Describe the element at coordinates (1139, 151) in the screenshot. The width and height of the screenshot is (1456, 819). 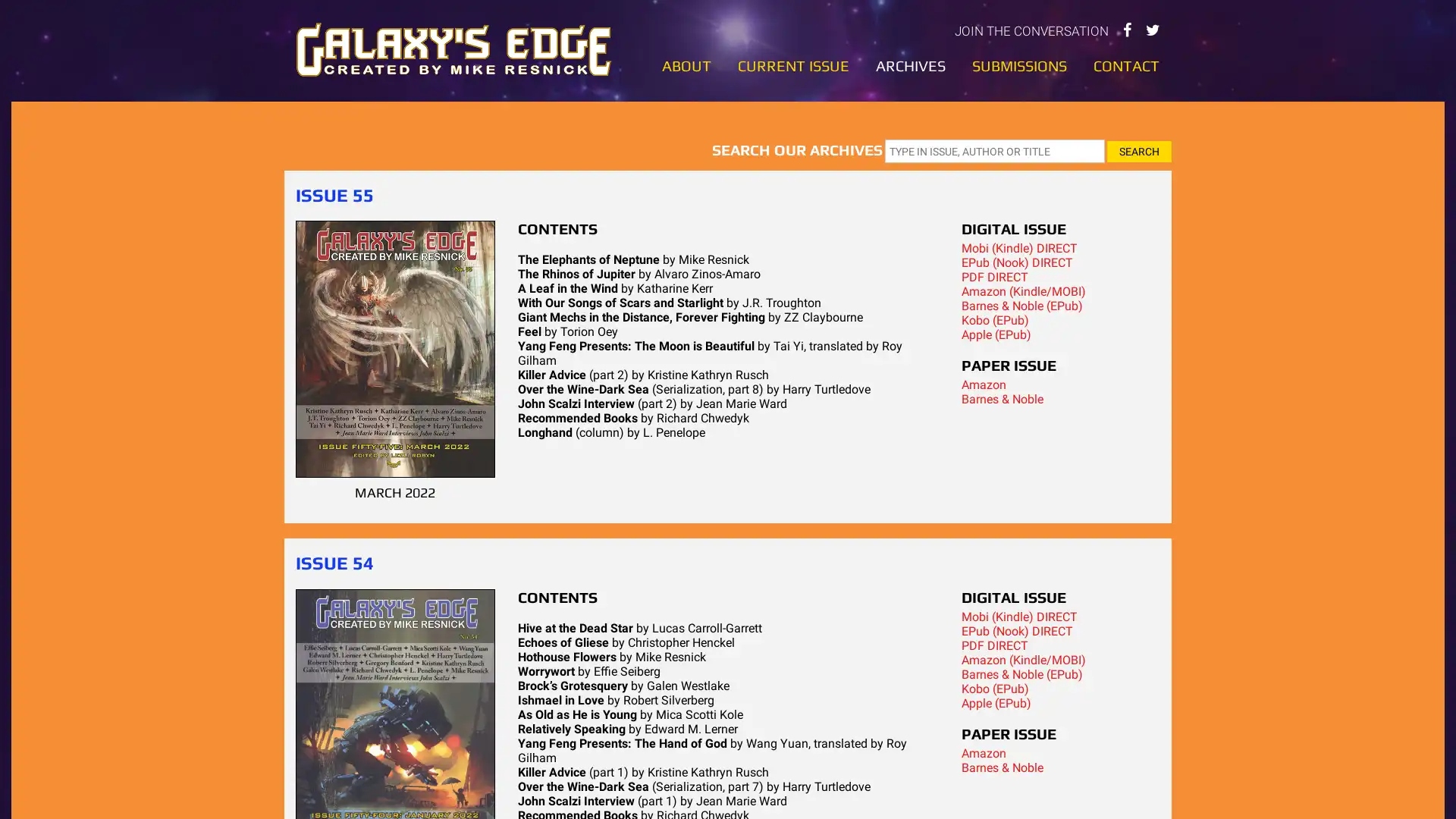
I see `SEARCH` at that location.